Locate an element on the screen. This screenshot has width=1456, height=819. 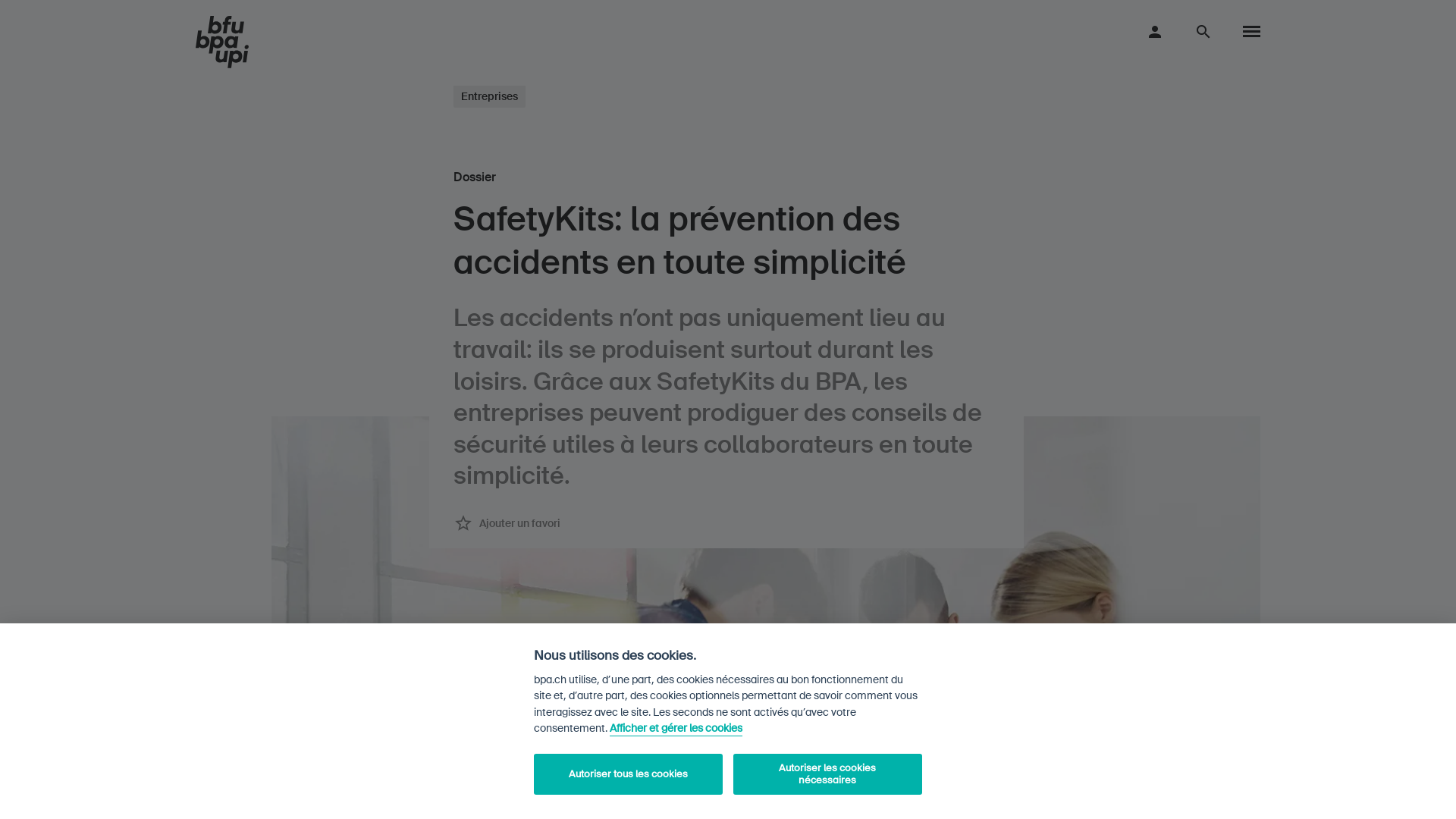
'search' is located at coordinates (1203, 31).